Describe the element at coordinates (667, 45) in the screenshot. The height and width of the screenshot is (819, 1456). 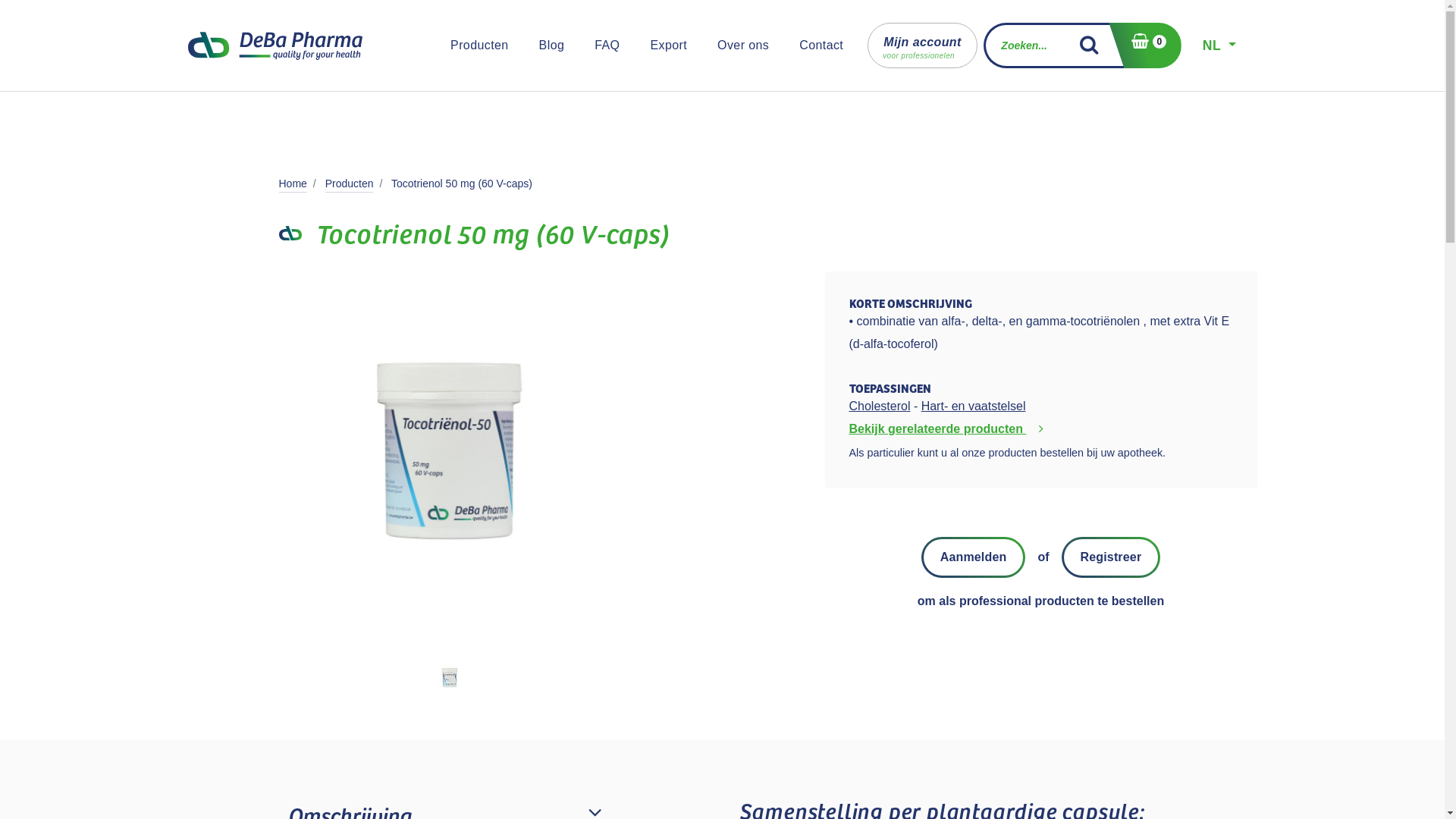
I see `'Export'` at that location.